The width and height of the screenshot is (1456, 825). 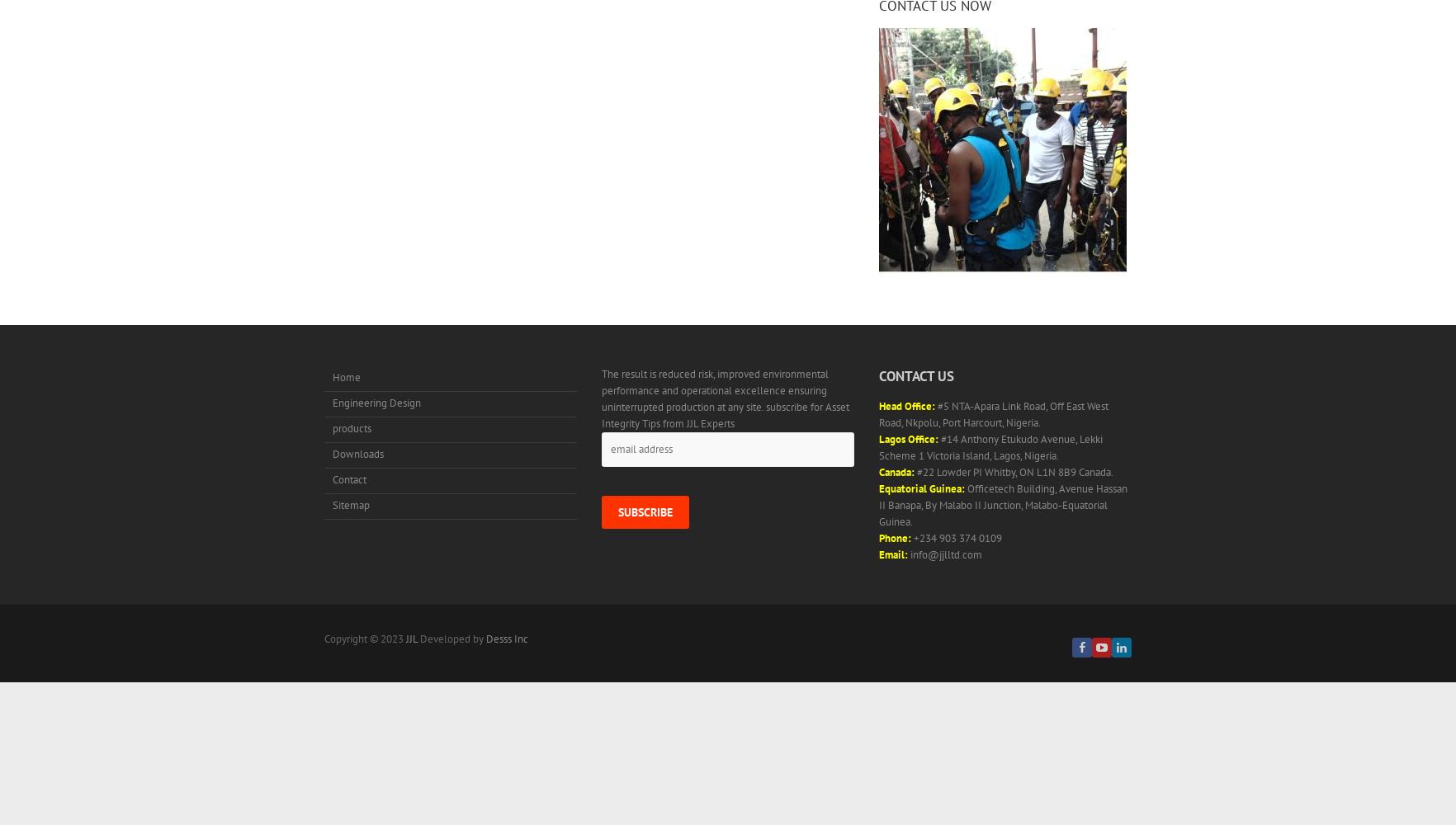 I want to click on 'Copyright © 2023', so click(x=324, y=639).